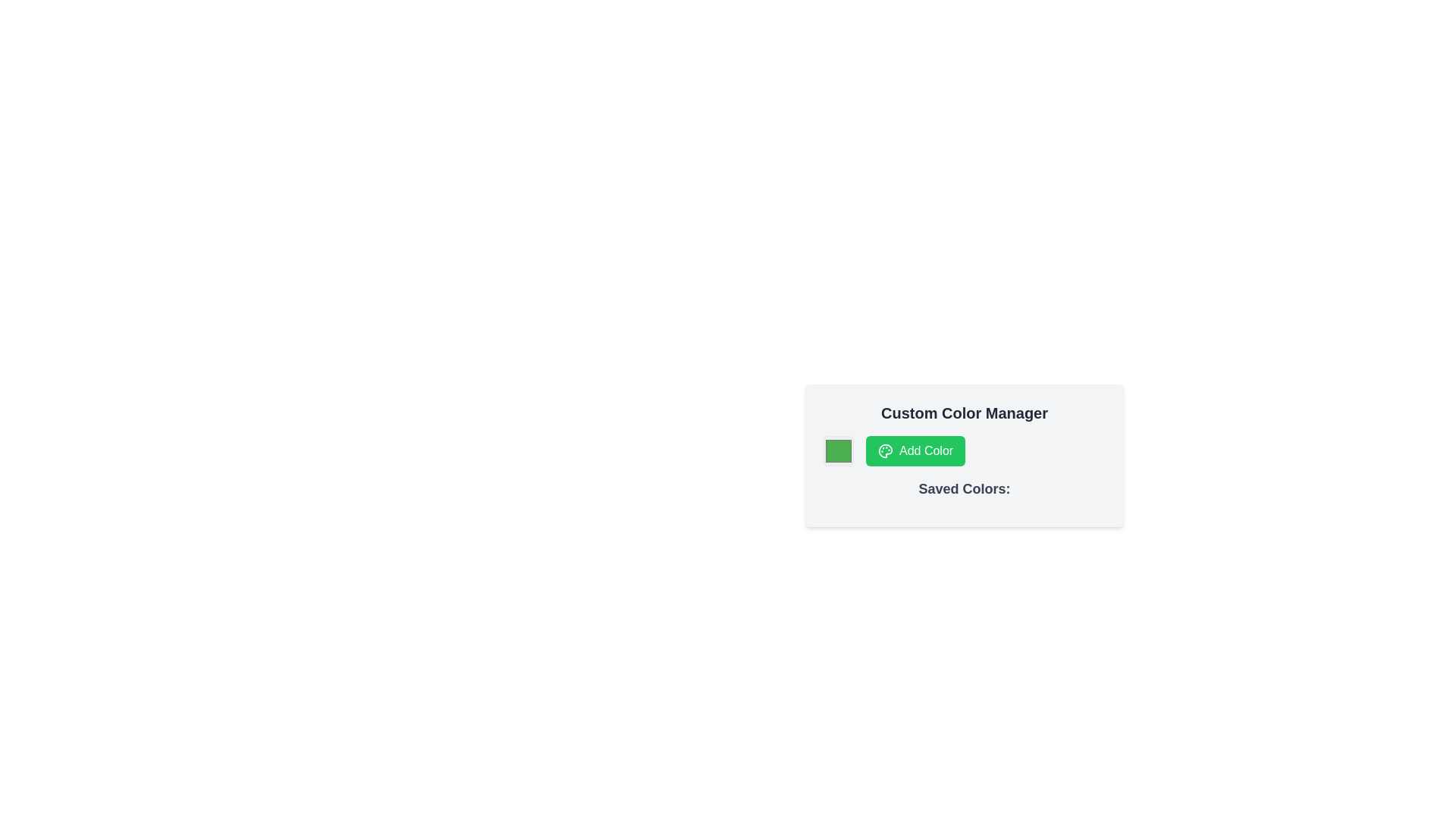 The height and width of the screenshot is (819, 1456). What do you see at coordinates (885, 450) in the screenshot?
I see `decorative icon within the green rectangular button labeled 'Add Color' in the 'Custom Color Manager' panel` at bounding box center [885, 450].